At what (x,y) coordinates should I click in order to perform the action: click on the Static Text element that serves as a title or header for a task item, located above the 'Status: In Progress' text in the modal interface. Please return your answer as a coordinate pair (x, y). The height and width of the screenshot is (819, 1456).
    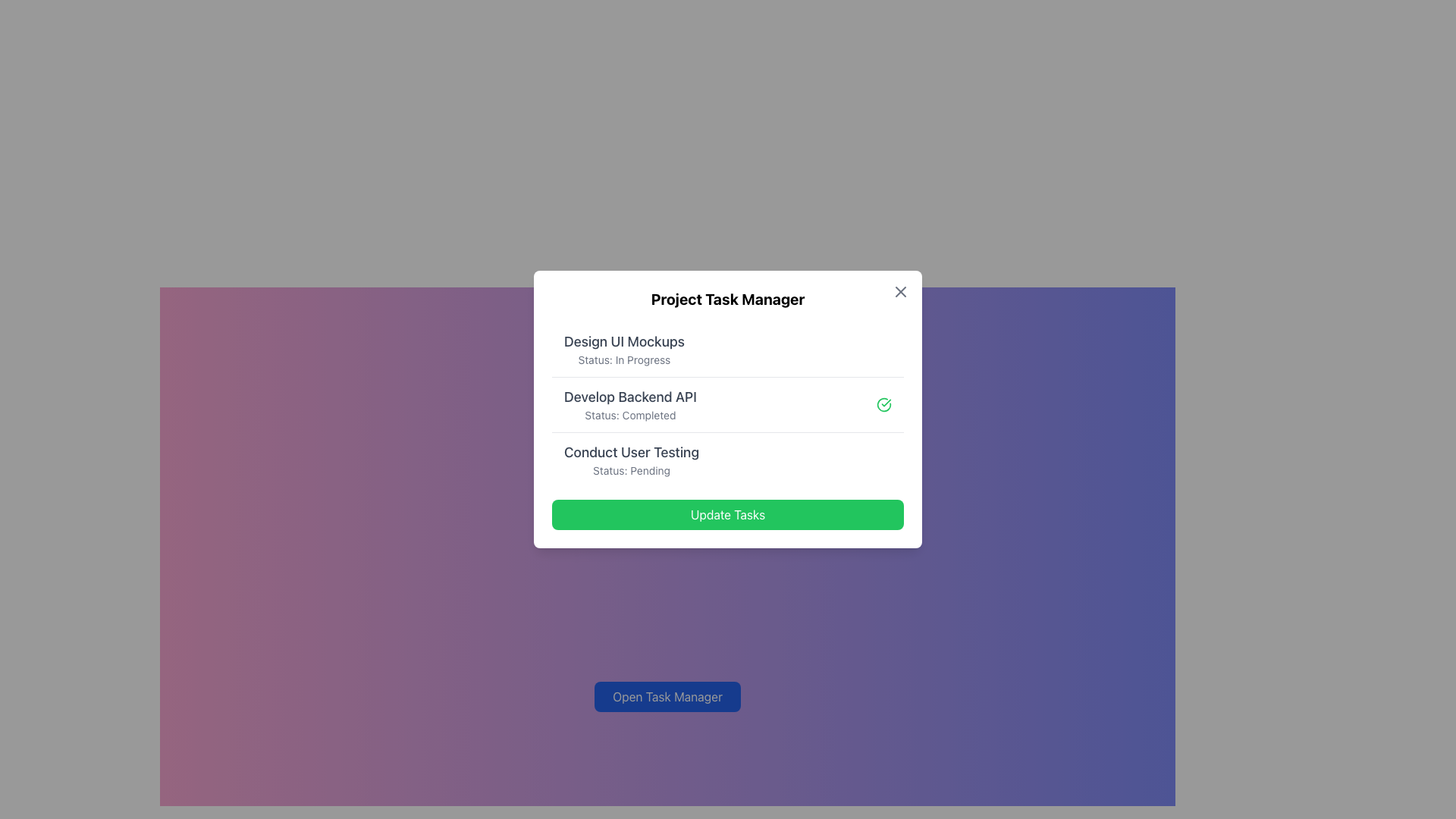
    Looking at the image, I should click on (624, 342).